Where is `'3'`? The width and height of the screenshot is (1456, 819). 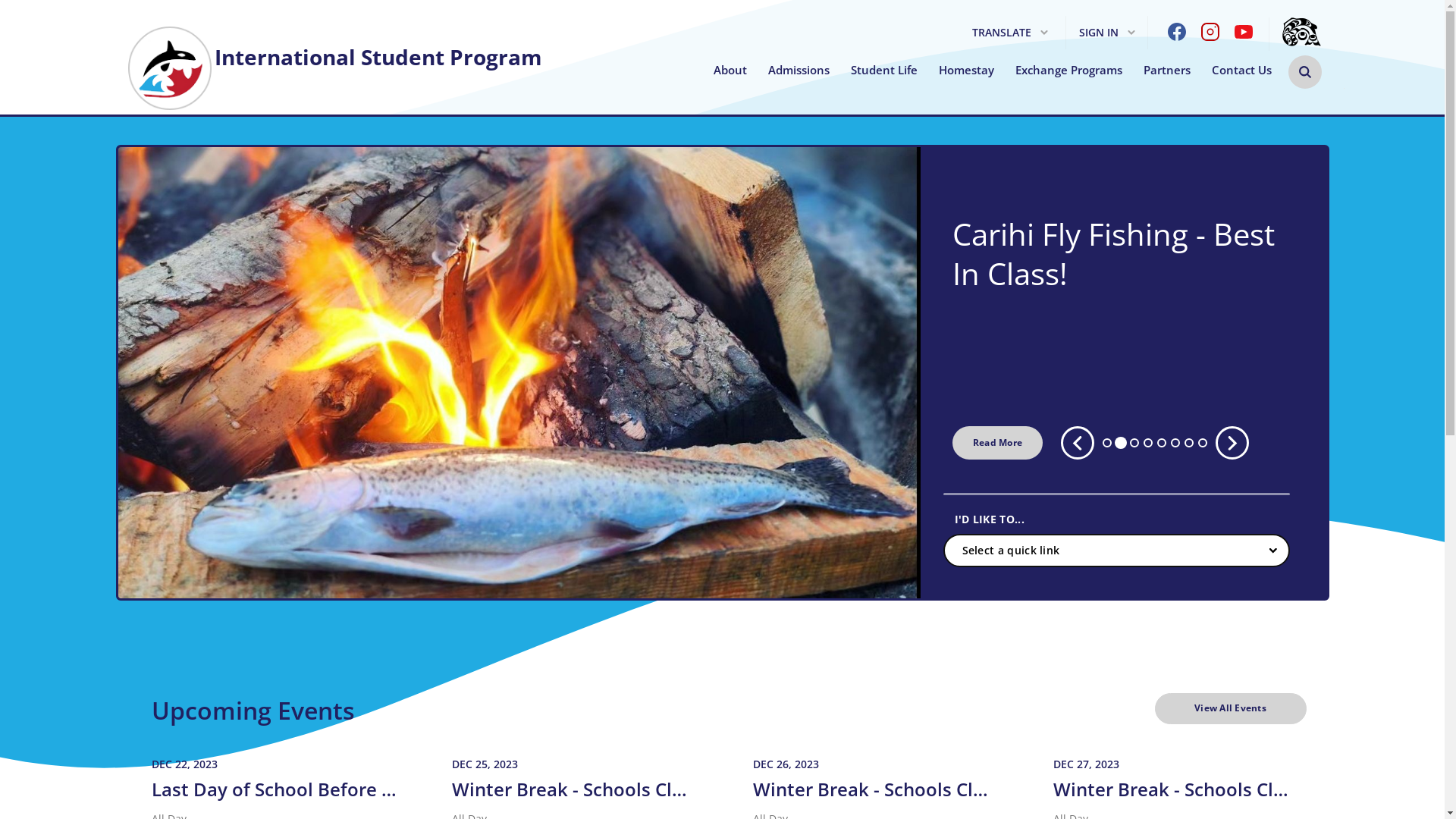 '3' is located at coordinates (1134, 442).